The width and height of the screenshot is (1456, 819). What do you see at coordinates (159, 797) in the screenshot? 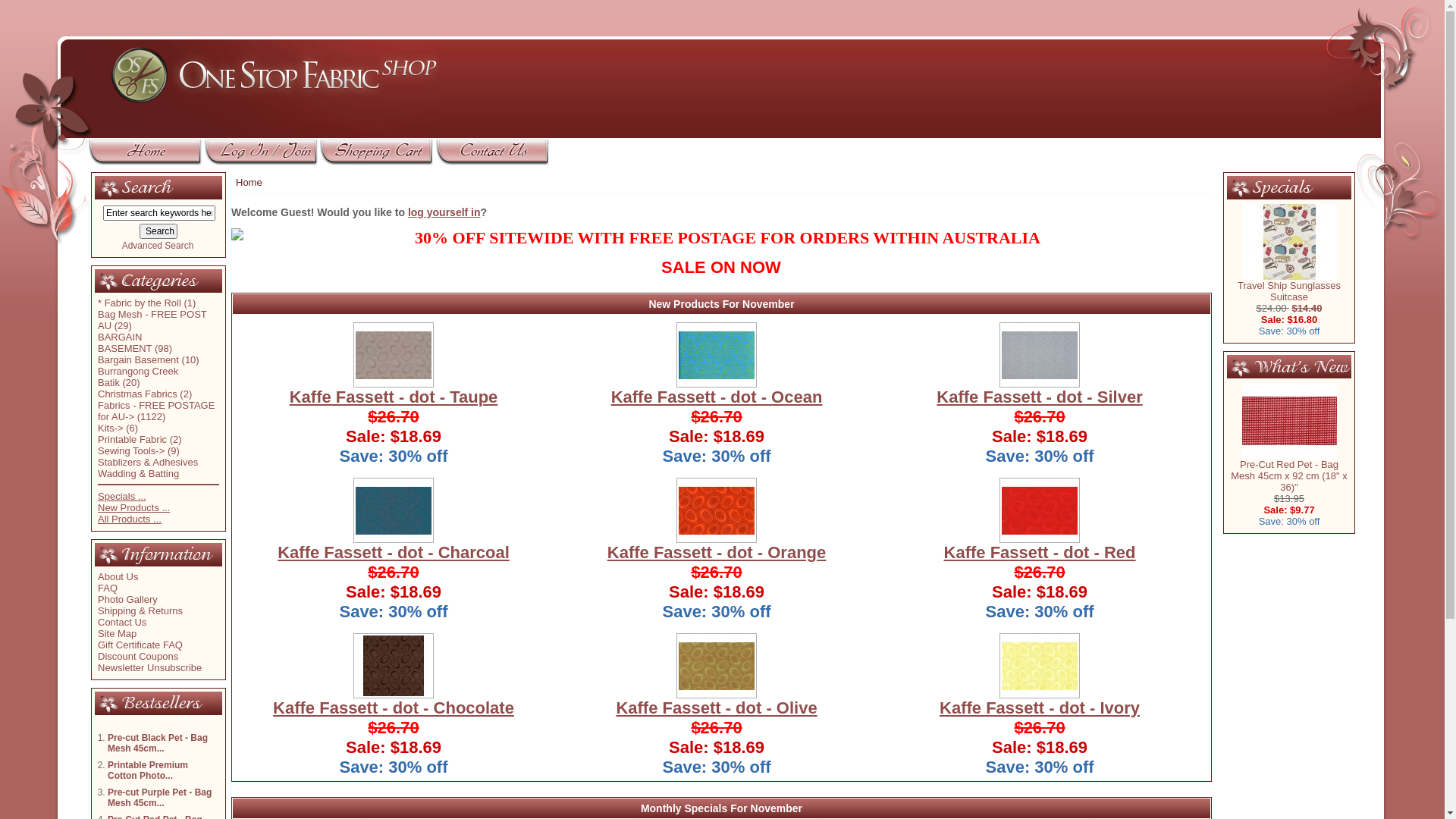
I see `'Pre-cut Purple Pet - Bag Mesh 45cm...'` at bounding box center [159, 797].